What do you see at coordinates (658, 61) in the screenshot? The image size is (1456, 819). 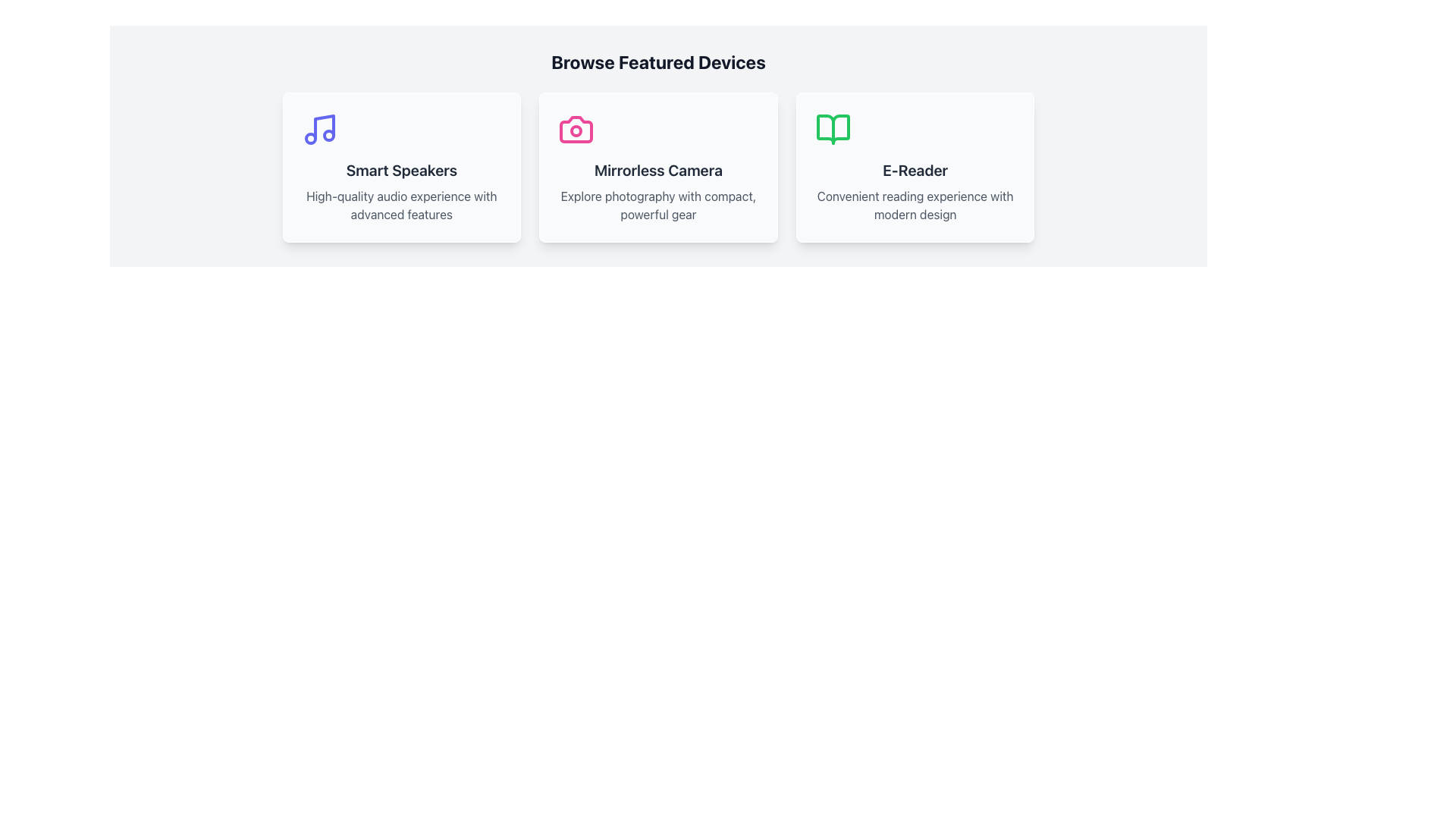 I see `the Header Text element that introduces the feature content above the grid containing cards for 'Smart Speakers', 'Mirrorless Cameras', and 'E-Readers'` at bounding box center [658, 61].